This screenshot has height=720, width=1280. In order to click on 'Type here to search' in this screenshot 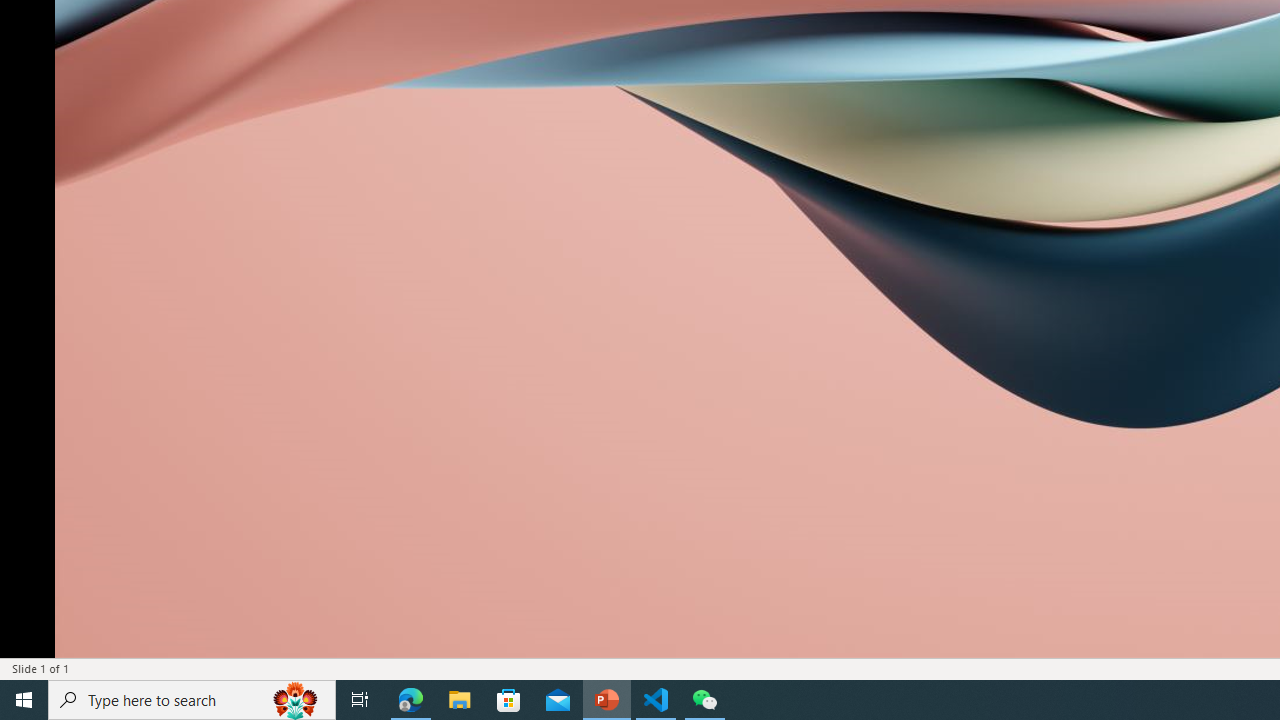, I will do `click(192, 698)`.